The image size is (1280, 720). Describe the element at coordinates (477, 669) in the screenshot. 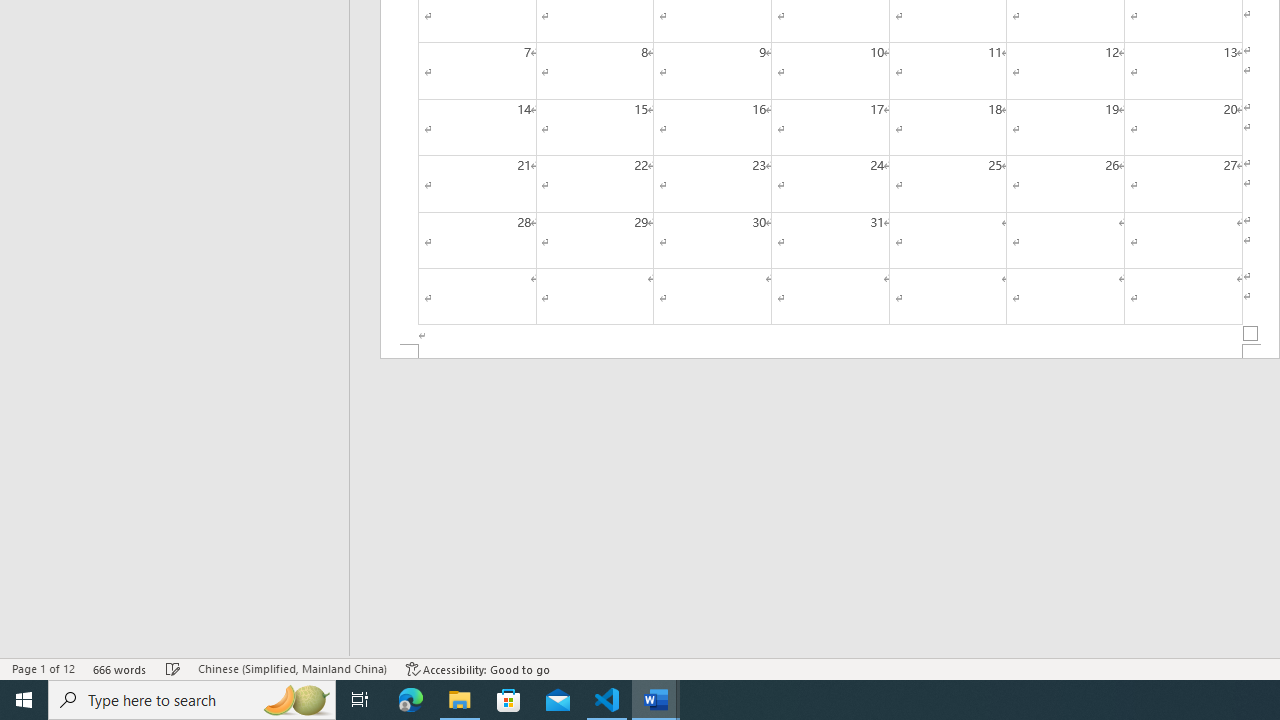

I see `'Accessibility Checker Accessibility: Good to go'` at that location.